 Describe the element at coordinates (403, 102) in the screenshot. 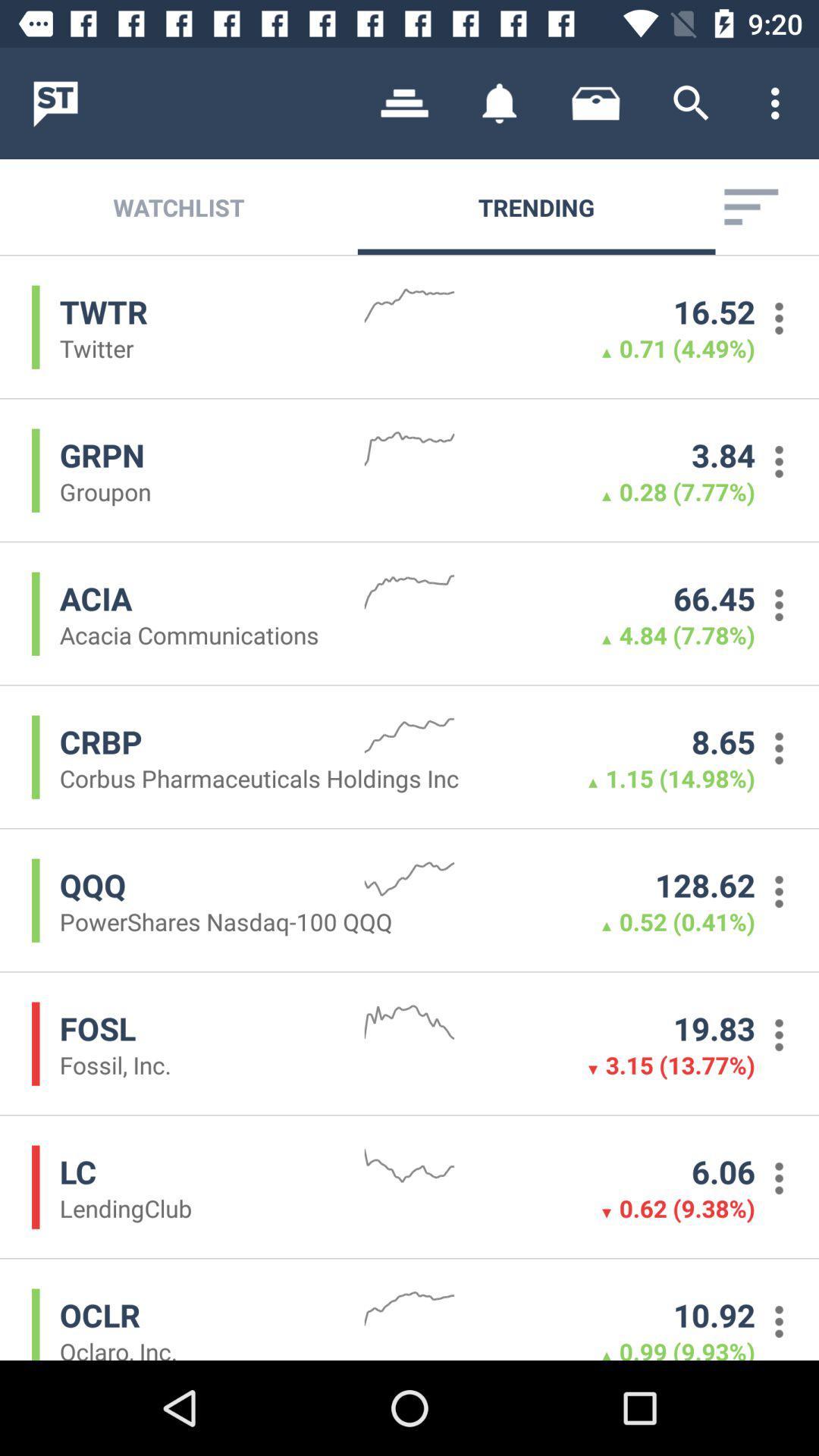

I see `the icon to the right of the watchlist item` at that location.